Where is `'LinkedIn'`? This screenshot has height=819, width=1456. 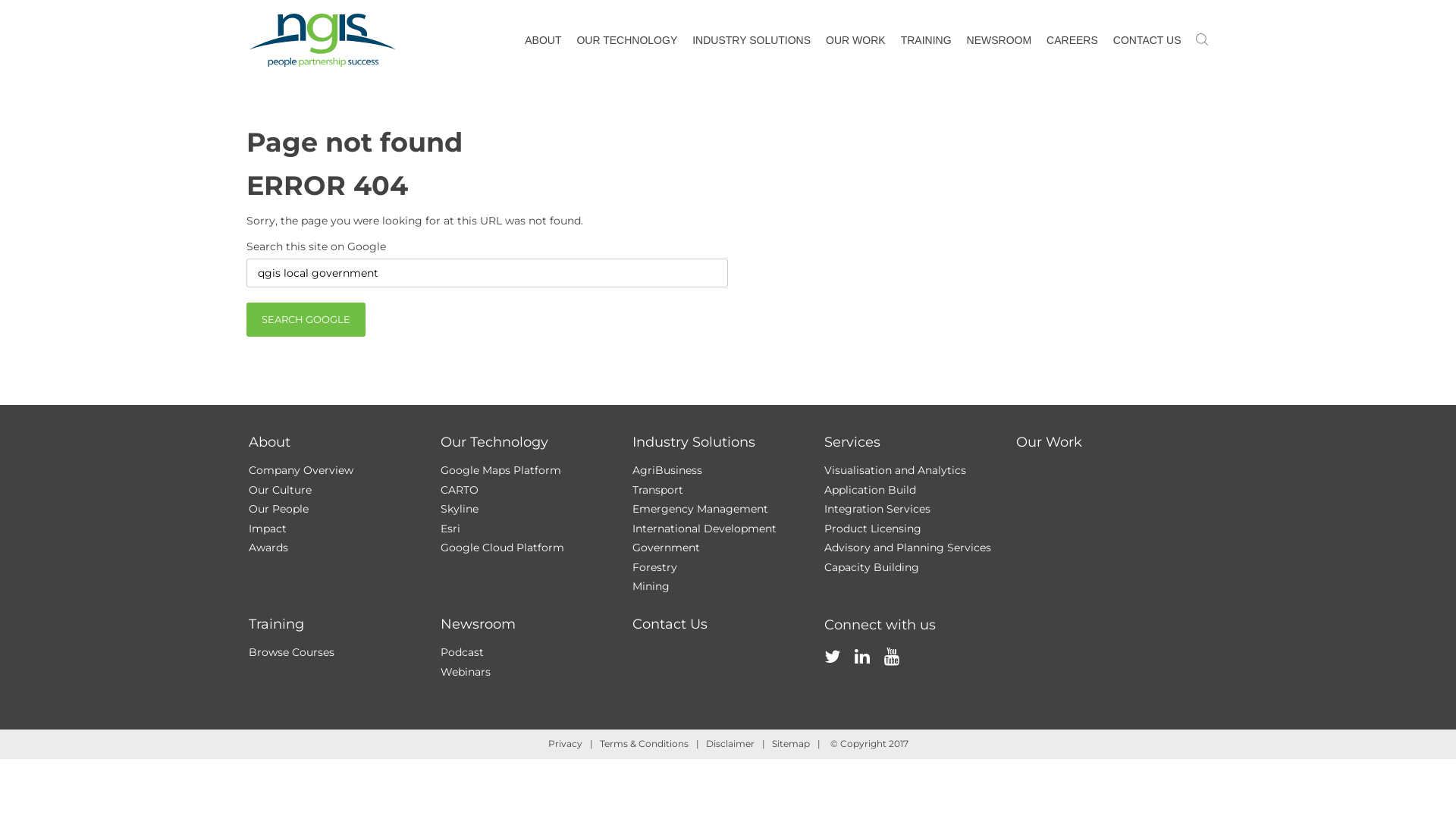
'LinkedIn' is located at coordinates (861, 672).